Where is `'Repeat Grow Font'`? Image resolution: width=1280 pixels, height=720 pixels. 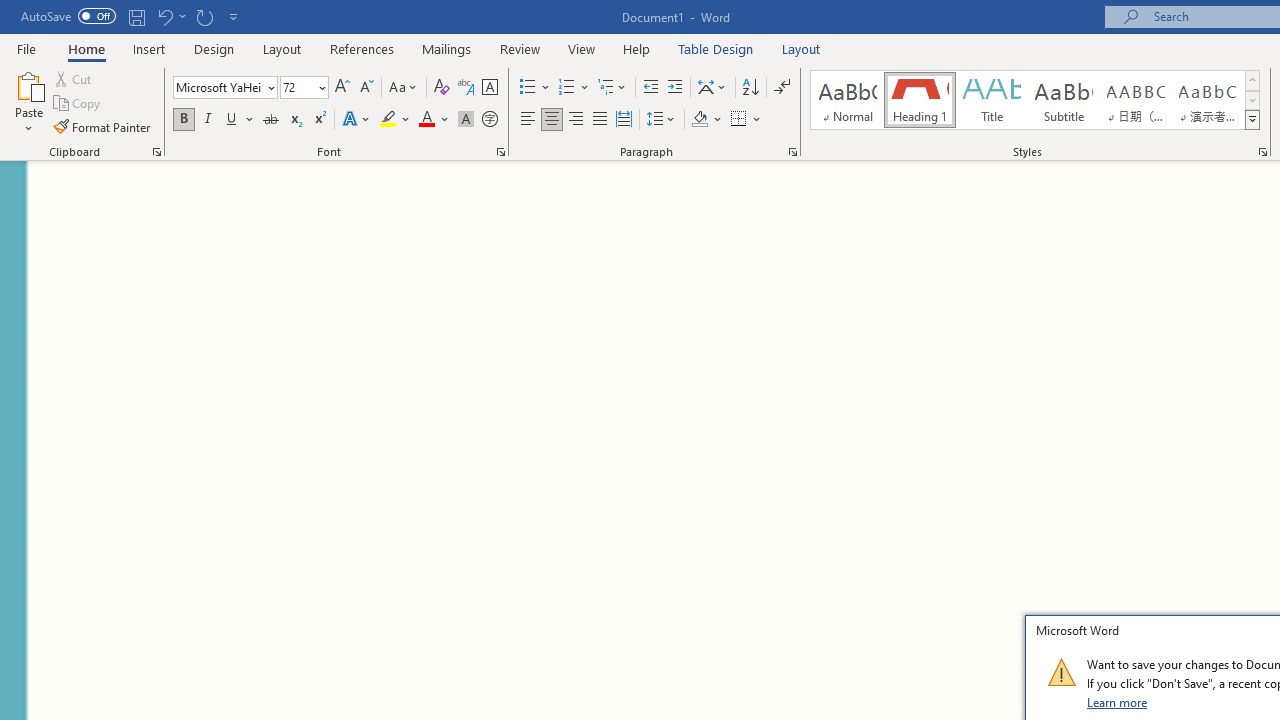 'Repeat Grow Font' is located at coordinates (204, 16).